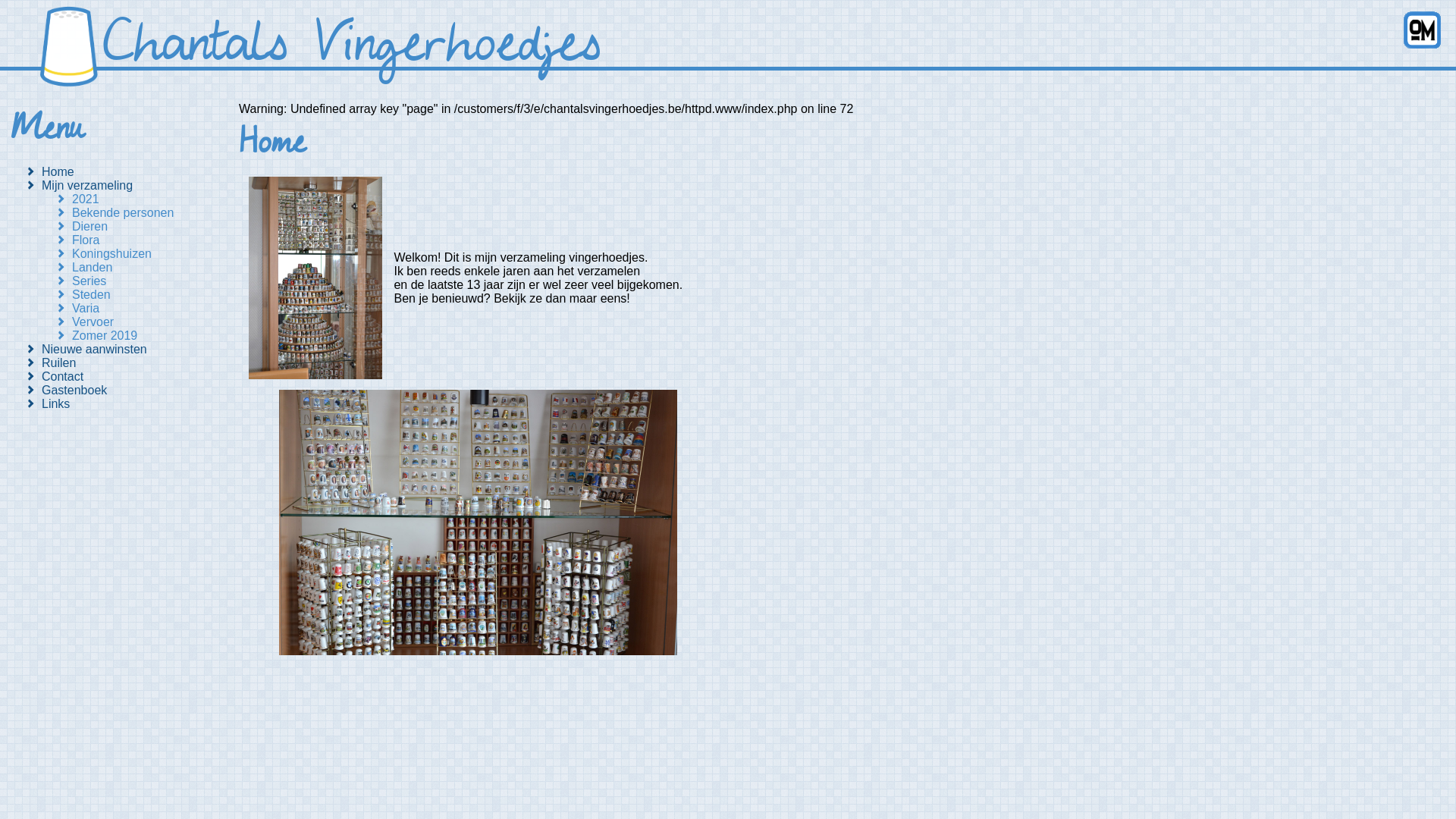  Describe the element at coordinates (144, 239) in the screenshot. I see `'Flora'` at that location.